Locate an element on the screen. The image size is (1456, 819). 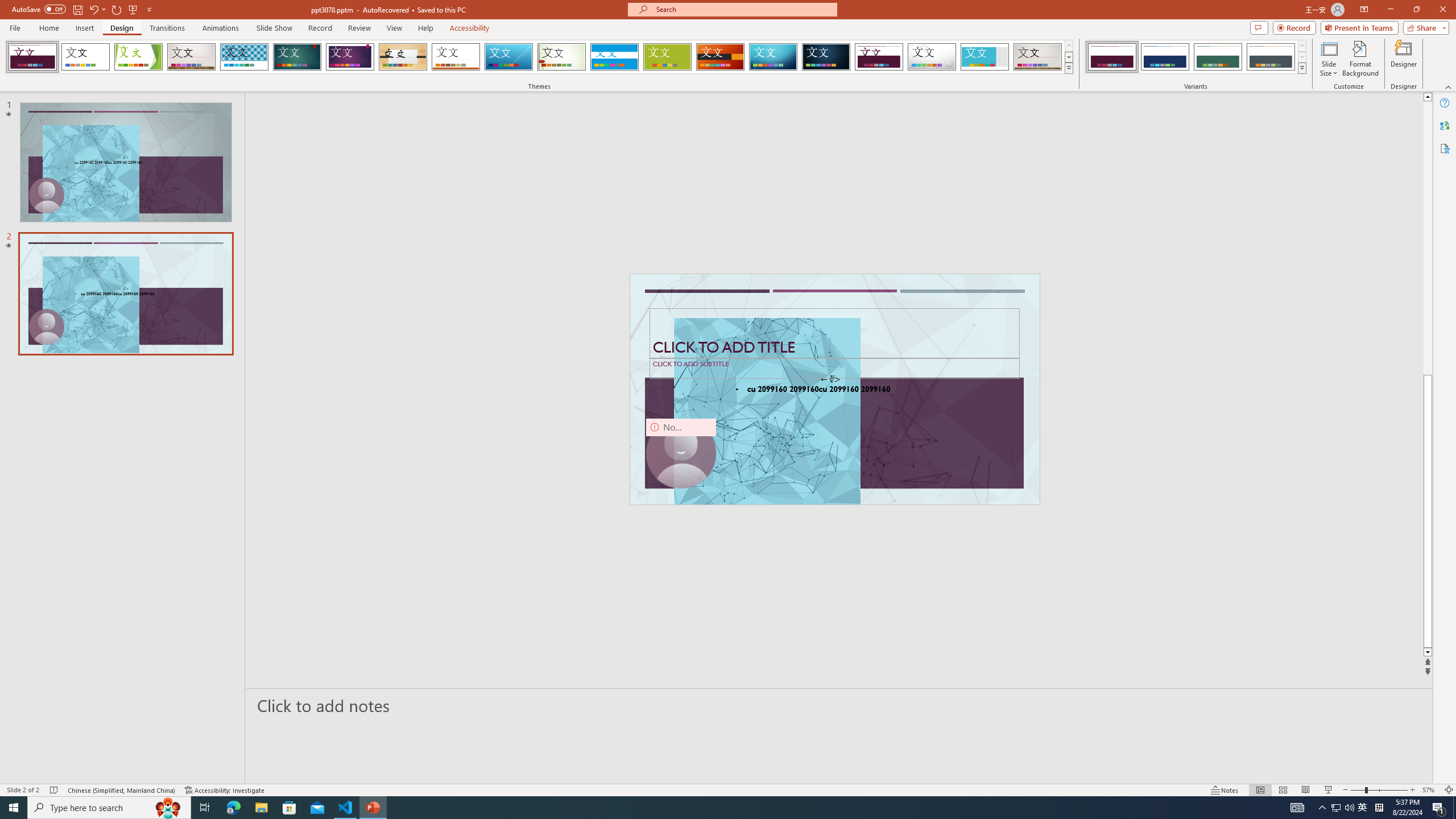
'Berlin' is located at coordinates (721, 56).